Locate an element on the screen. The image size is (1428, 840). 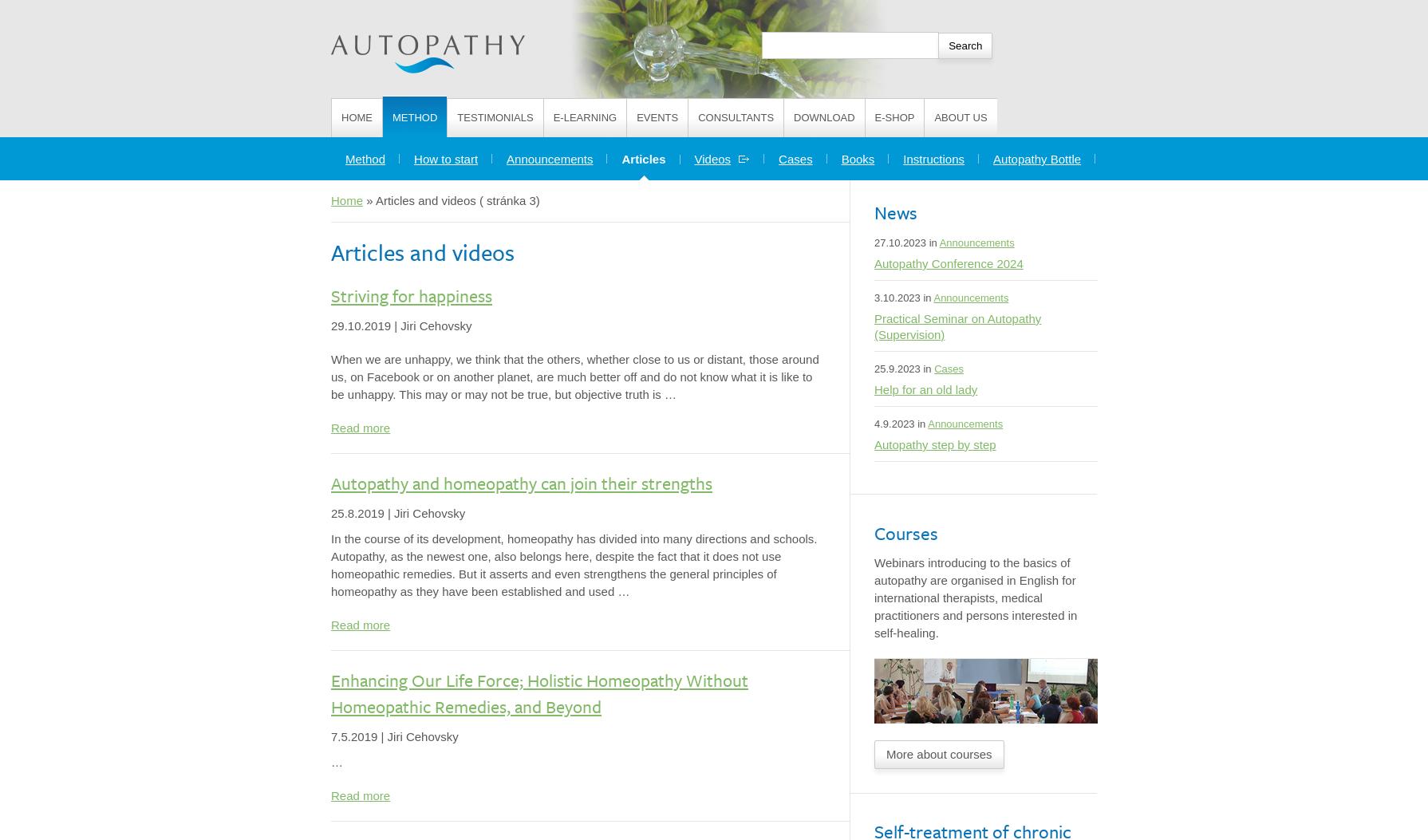
'25.9.2023 in' is located at coordinates (874, 368).